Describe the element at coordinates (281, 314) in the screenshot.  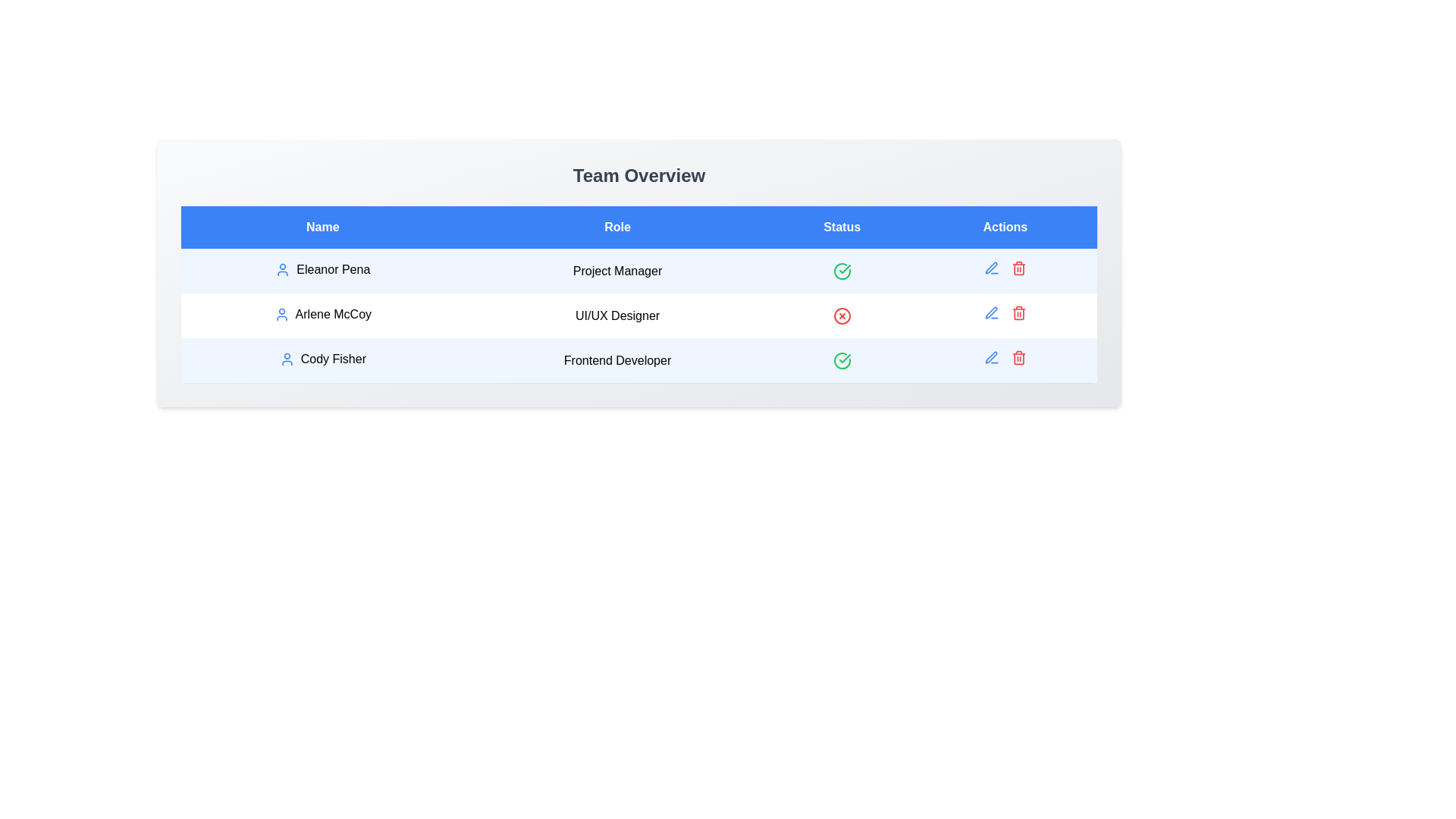
I see `the Profile icon, which is a circular icon with a blue outer stroke and a white background, located next to the name 'Arlene McCoy' in the second row of the table` at that location.